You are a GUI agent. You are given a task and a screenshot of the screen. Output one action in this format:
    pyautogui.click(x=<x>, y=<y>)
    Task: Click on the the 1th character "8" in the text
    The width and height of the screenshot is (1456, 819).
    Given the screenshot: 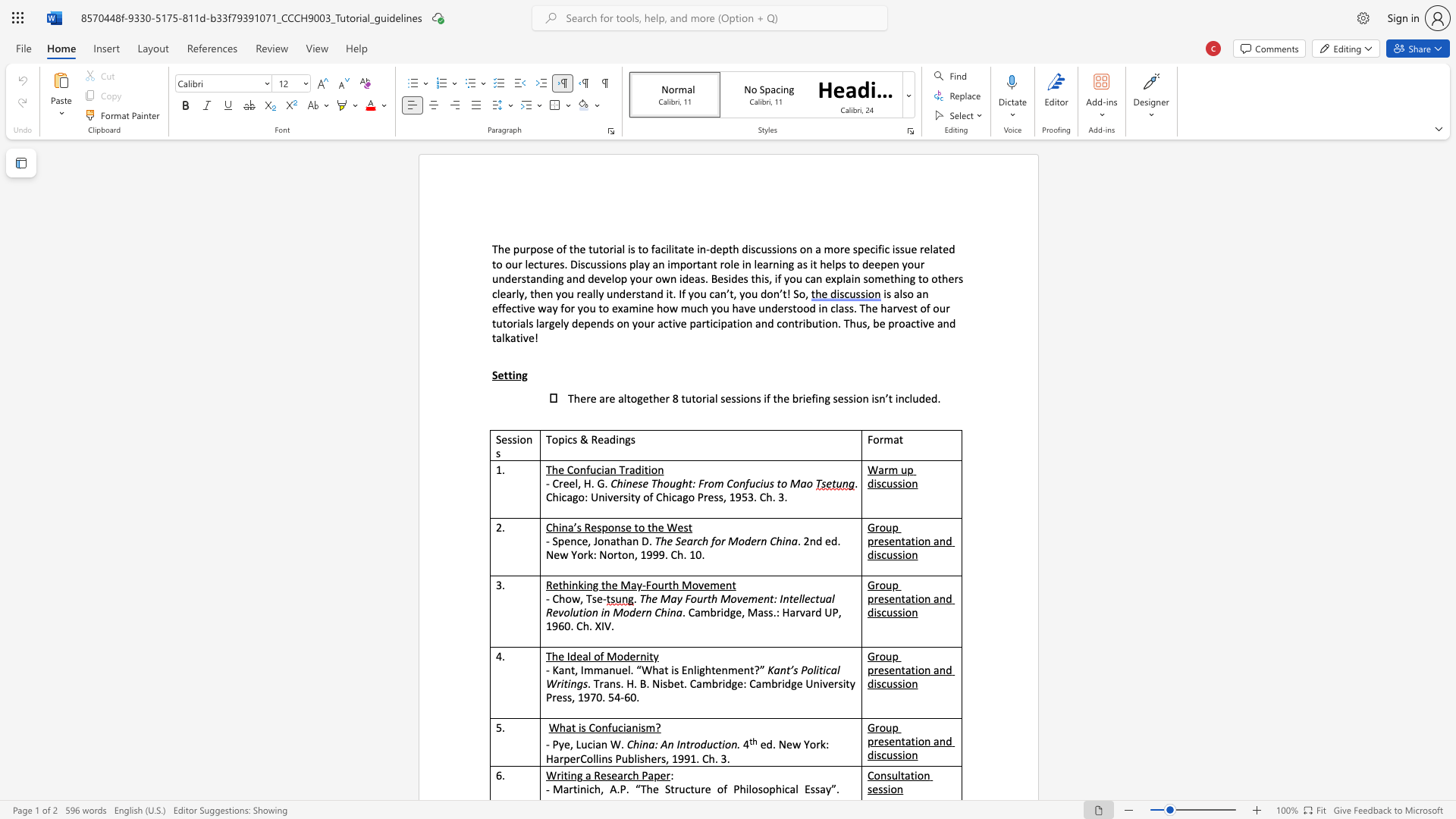 What is the action you would take?
    pyautogui.click(x=674, y=397)
    